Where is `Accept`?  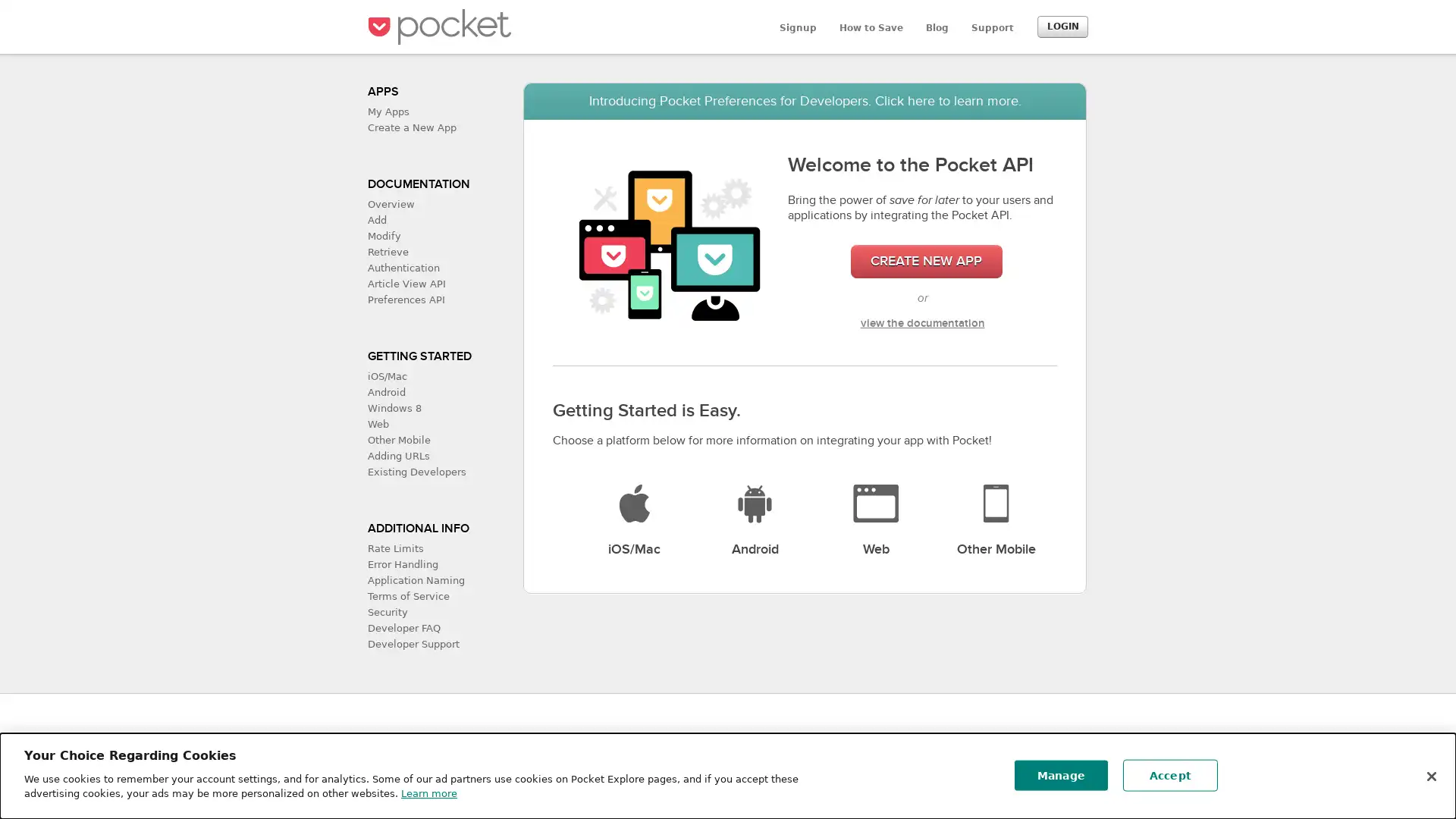 Accept is located at coordinates (1169, 775).